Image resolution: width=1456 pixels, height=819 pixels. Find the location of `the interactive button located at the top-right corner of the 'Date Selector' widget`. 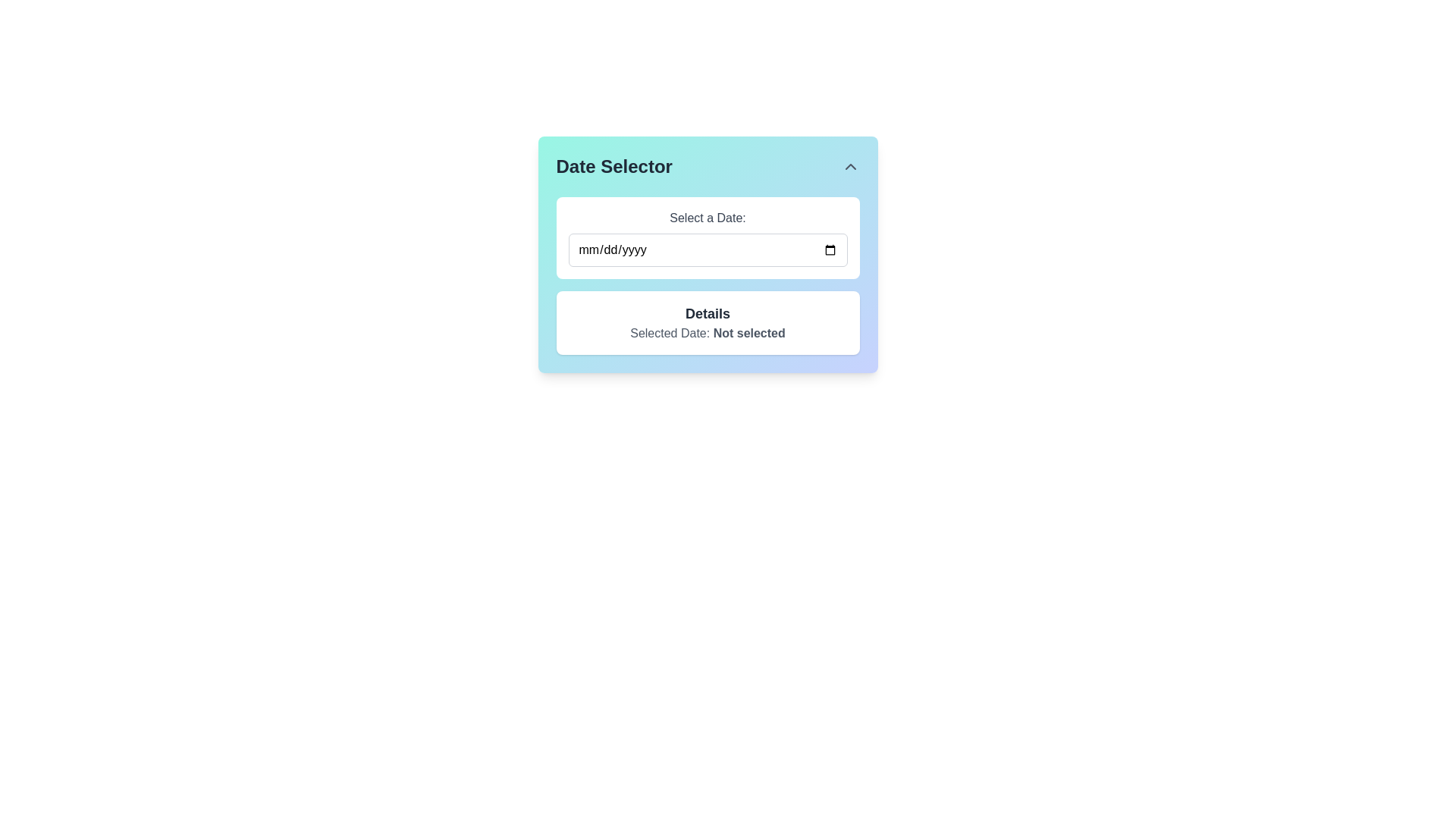

the interactive button located at the top-right corner of the 'Date Selector' widget is located at coordinates (850, 166).